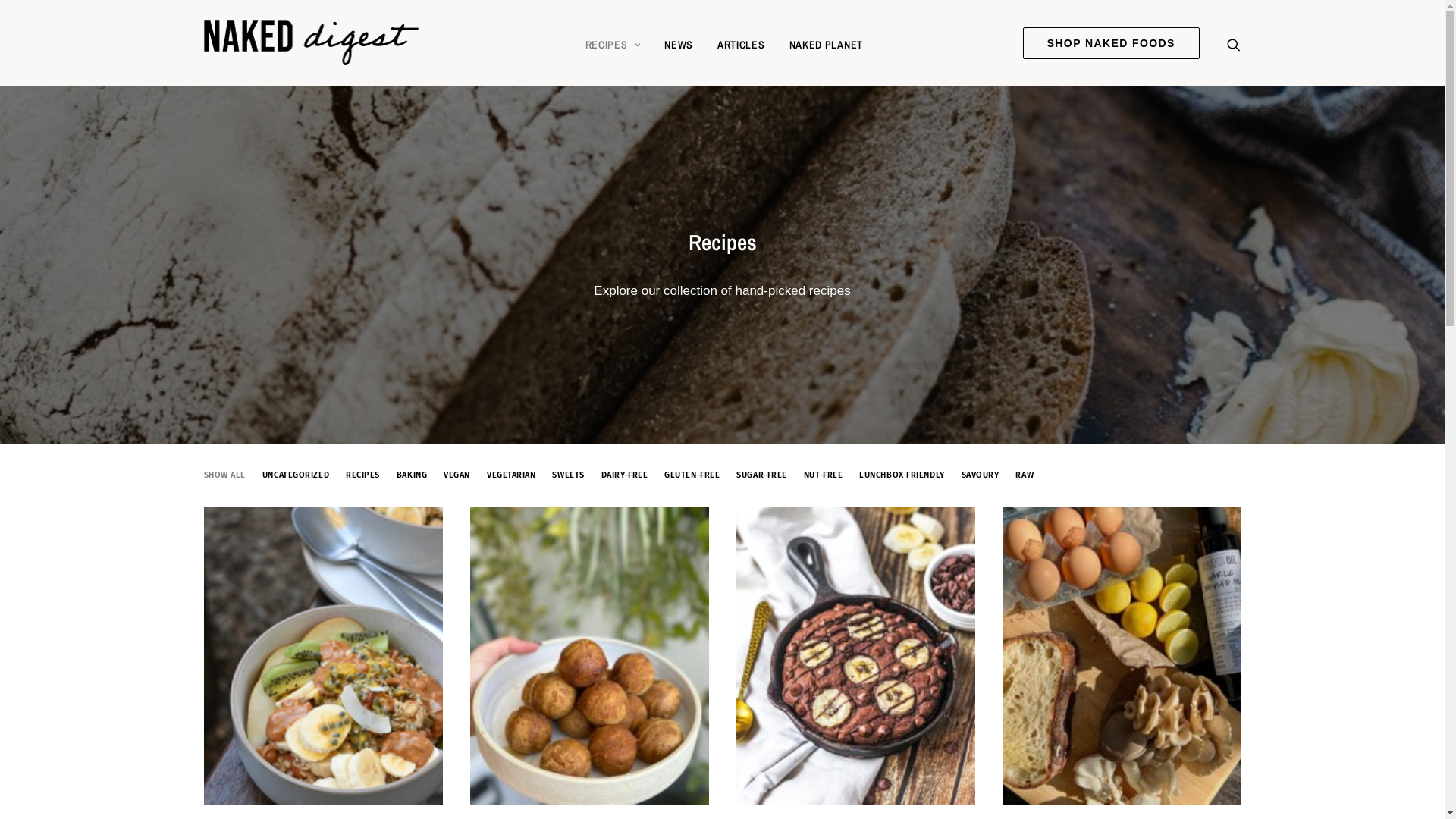 Image resolution: width=1456 pixels, height=819 pixels. Describe the element at coordinates (566, 474) in the screenshot. I see `'SWEETS'` at that location.